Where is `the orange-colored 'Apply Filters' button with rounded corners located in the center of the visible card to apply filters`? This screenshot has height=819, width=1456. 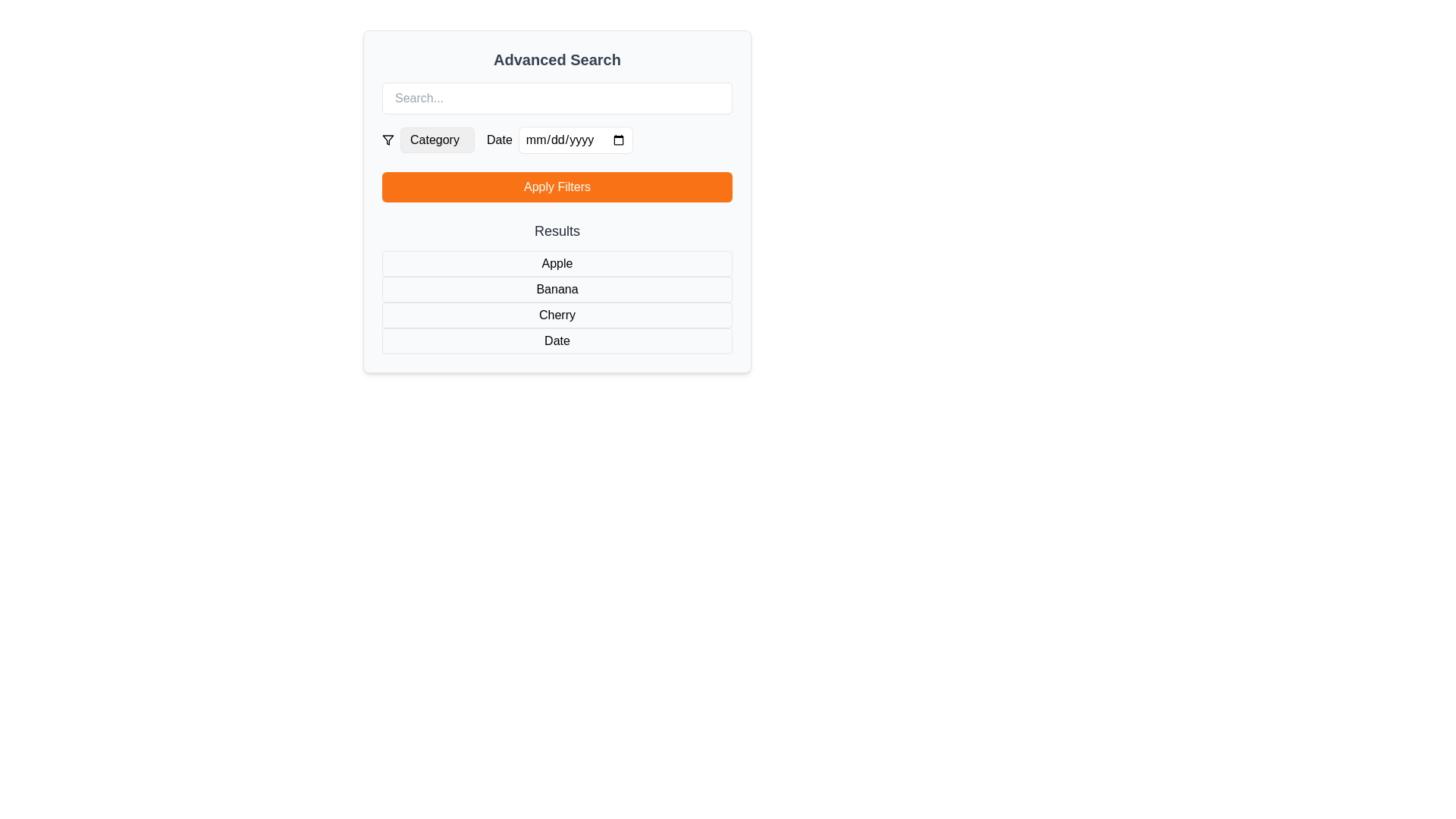 the orange-colored 'Apply Filters' button with rounded corners located in the center of the visible card to apply filters is located at coordinates (556, 201).